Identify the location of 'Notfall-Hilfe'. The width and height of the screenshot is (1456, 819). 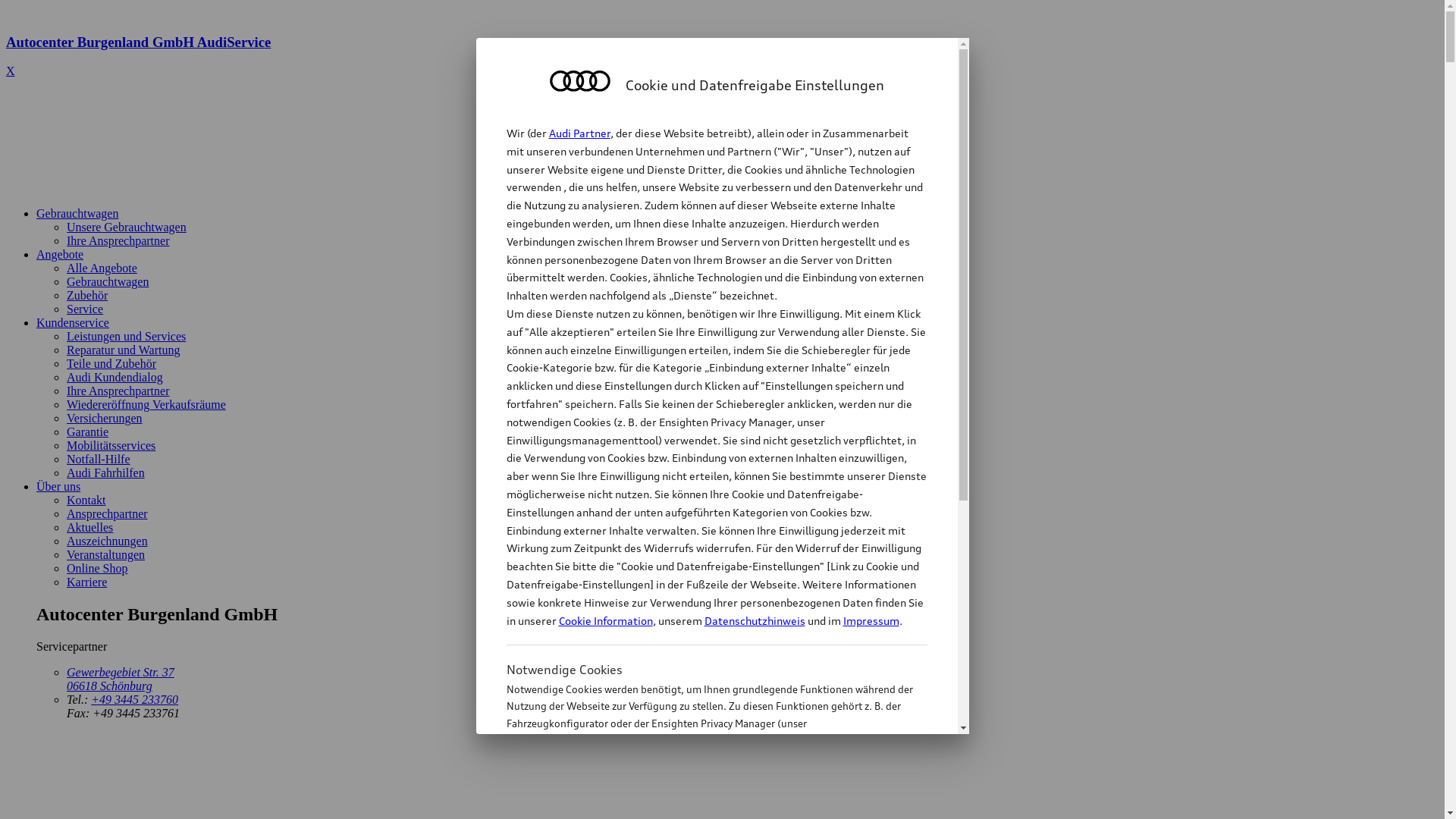
(97, 458).